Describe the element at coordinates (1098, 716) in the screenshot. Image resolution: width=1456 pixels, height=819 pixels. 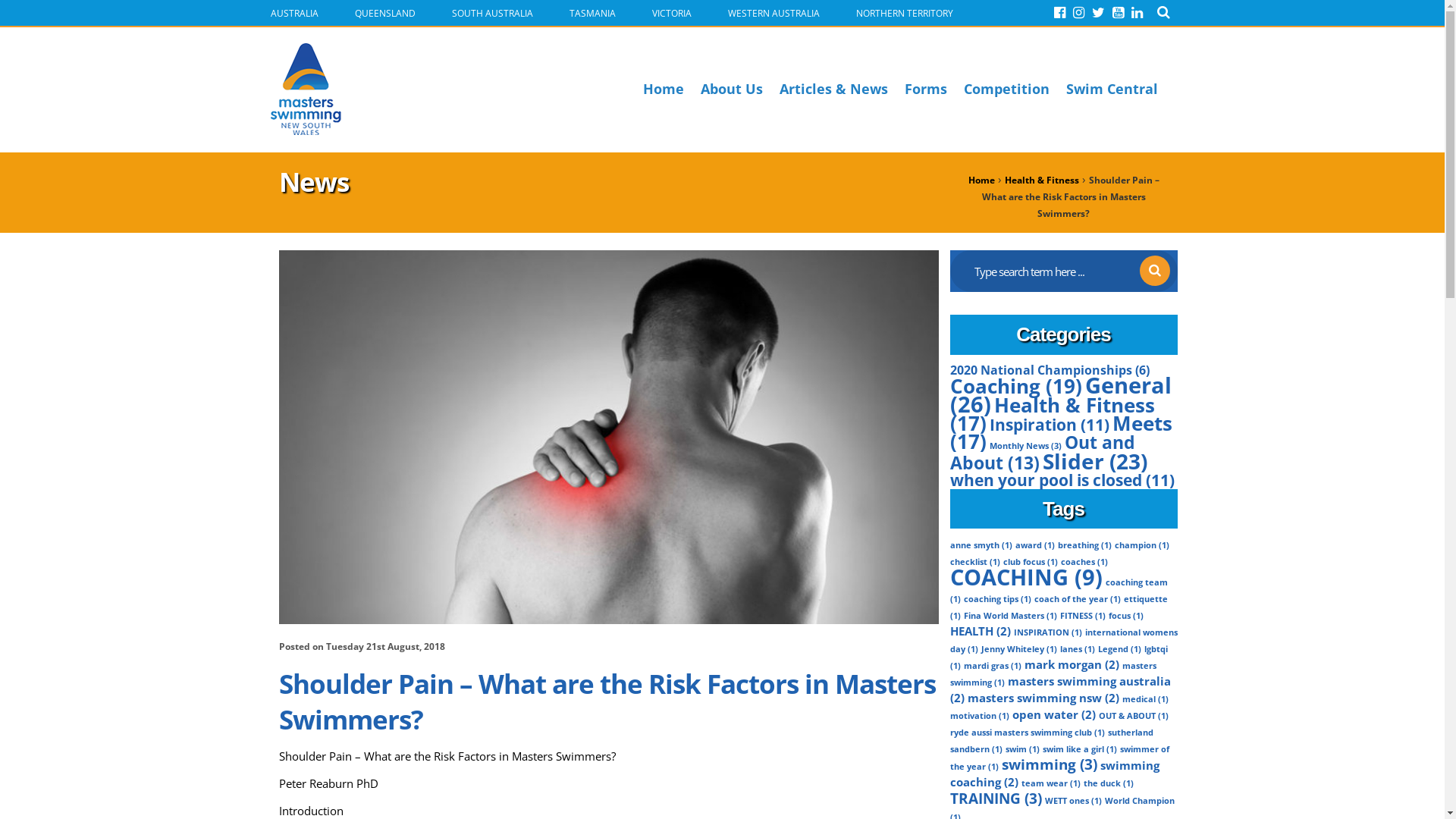
I see `'OUT & ABOUT (1)'` at that location.